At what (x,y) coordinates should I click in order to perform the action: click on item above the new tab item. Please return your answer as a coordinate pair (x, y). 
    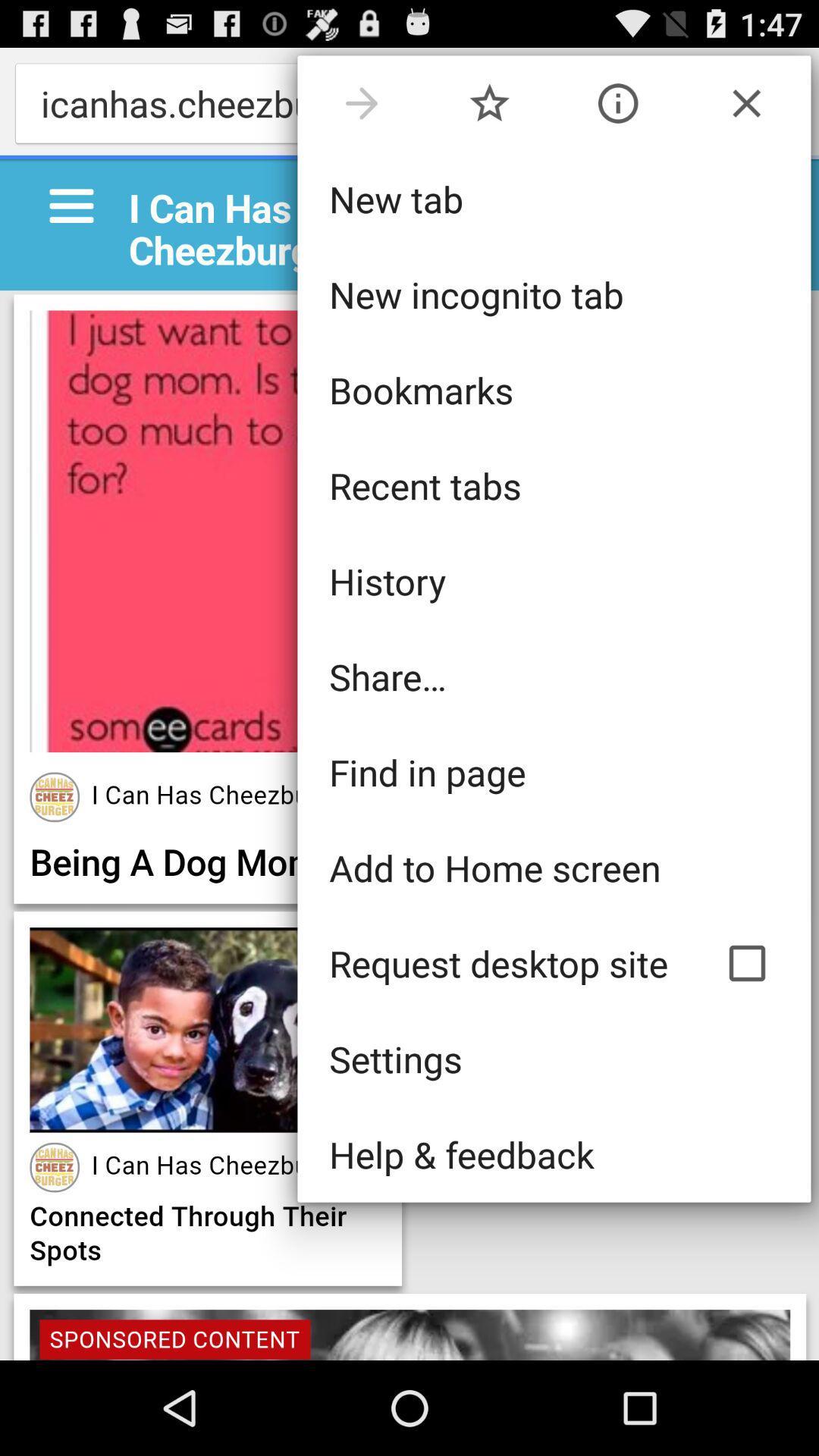
    Looking at the image, I should click on (745, 102).